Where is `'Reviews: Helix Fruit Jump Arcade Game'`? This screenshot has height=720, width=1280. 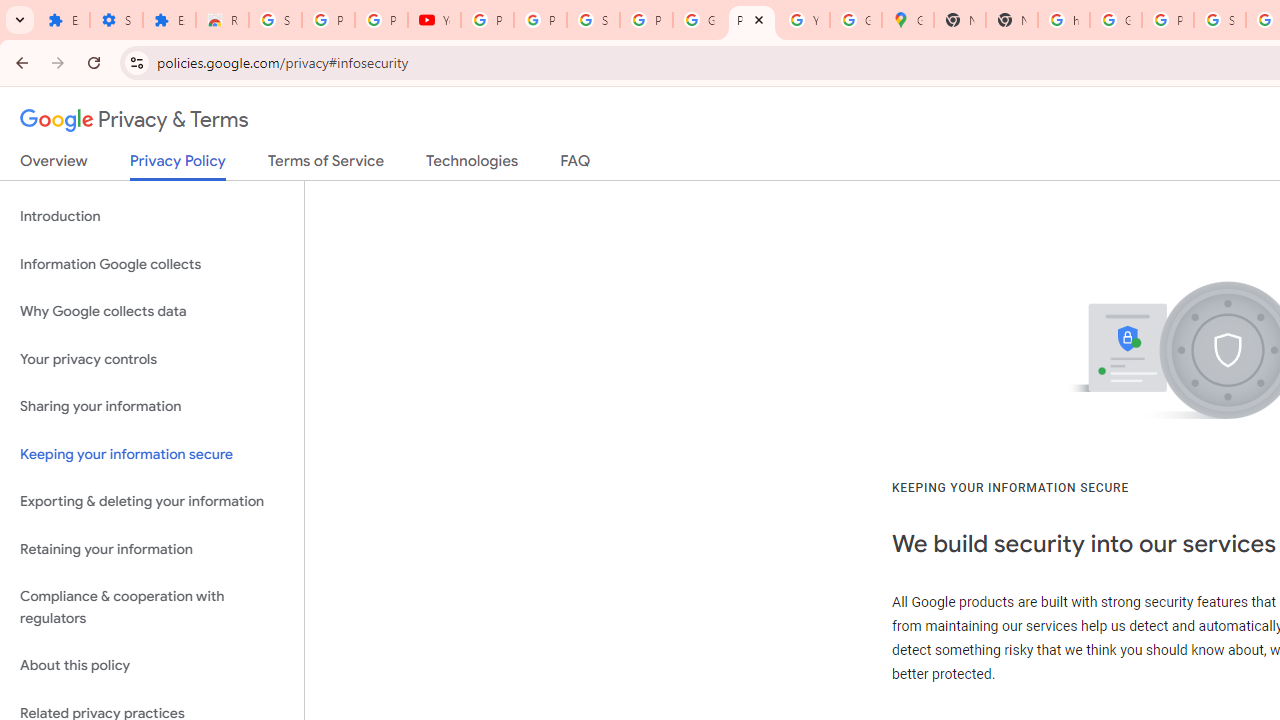 'Reviews: Helix Fruit Jump Arcade Game' is located at coordinates (222, 20).